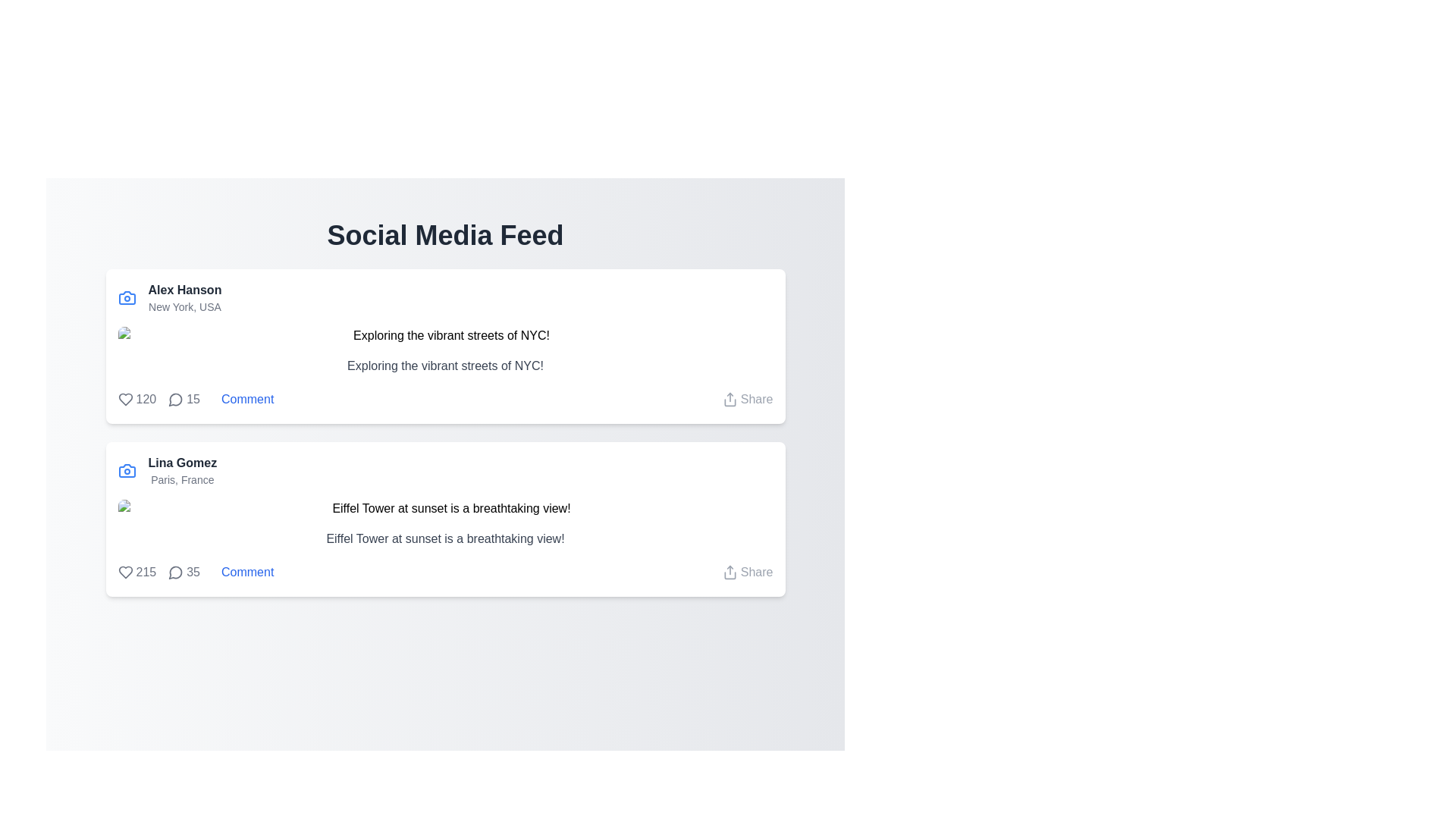 Image resolution: width=1456 pixels, height=819 pixels. What do you see at coordinates (175, 399) in the screenshot?
I see `the chat bubble icon representing the comments section of the post` at bounding box center [175, 399].